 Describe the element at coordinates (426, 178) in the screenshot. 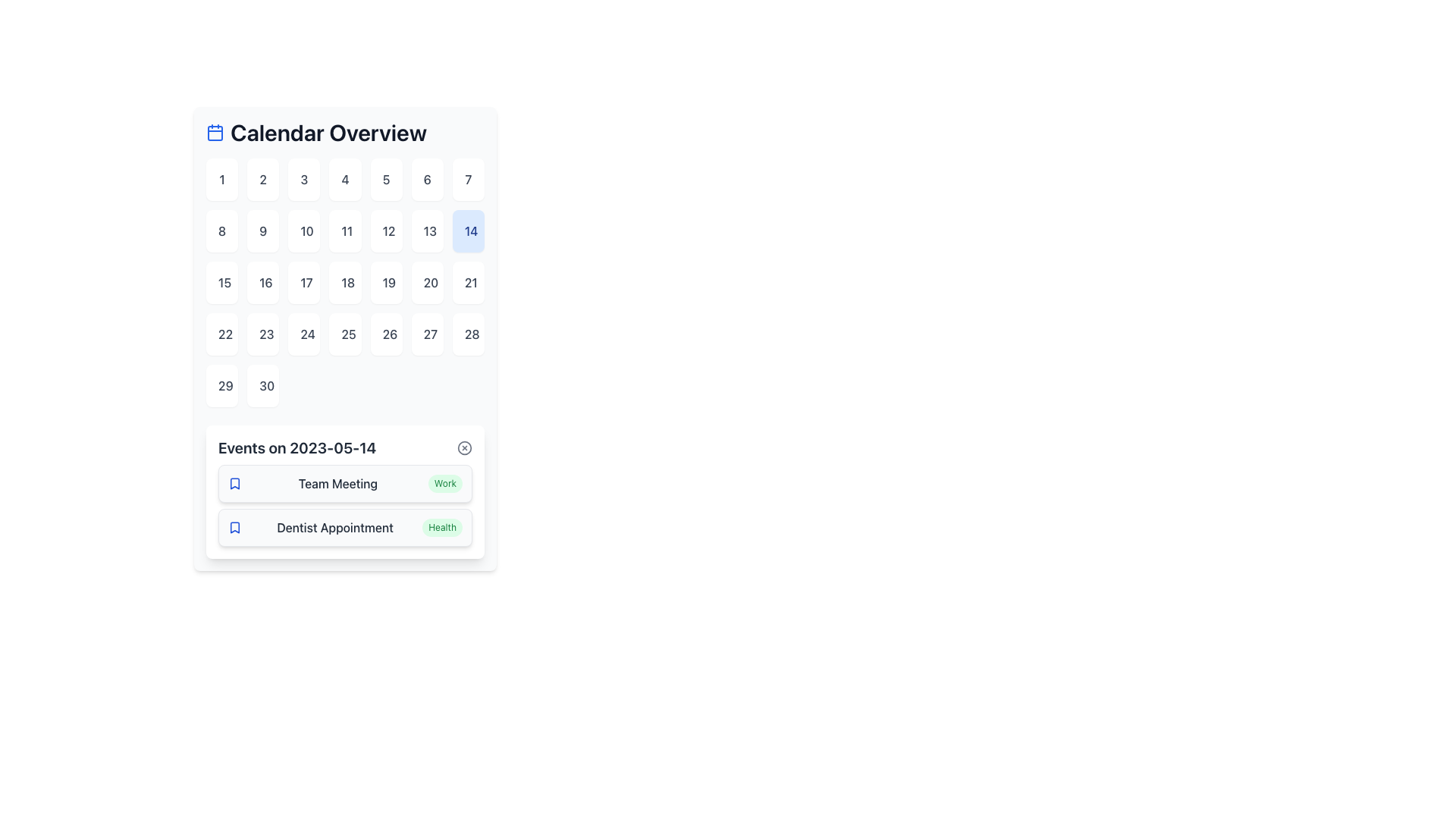

I see `the button labeled '6' in the calendar grid under the 'Calendar Overview' header` at that location.